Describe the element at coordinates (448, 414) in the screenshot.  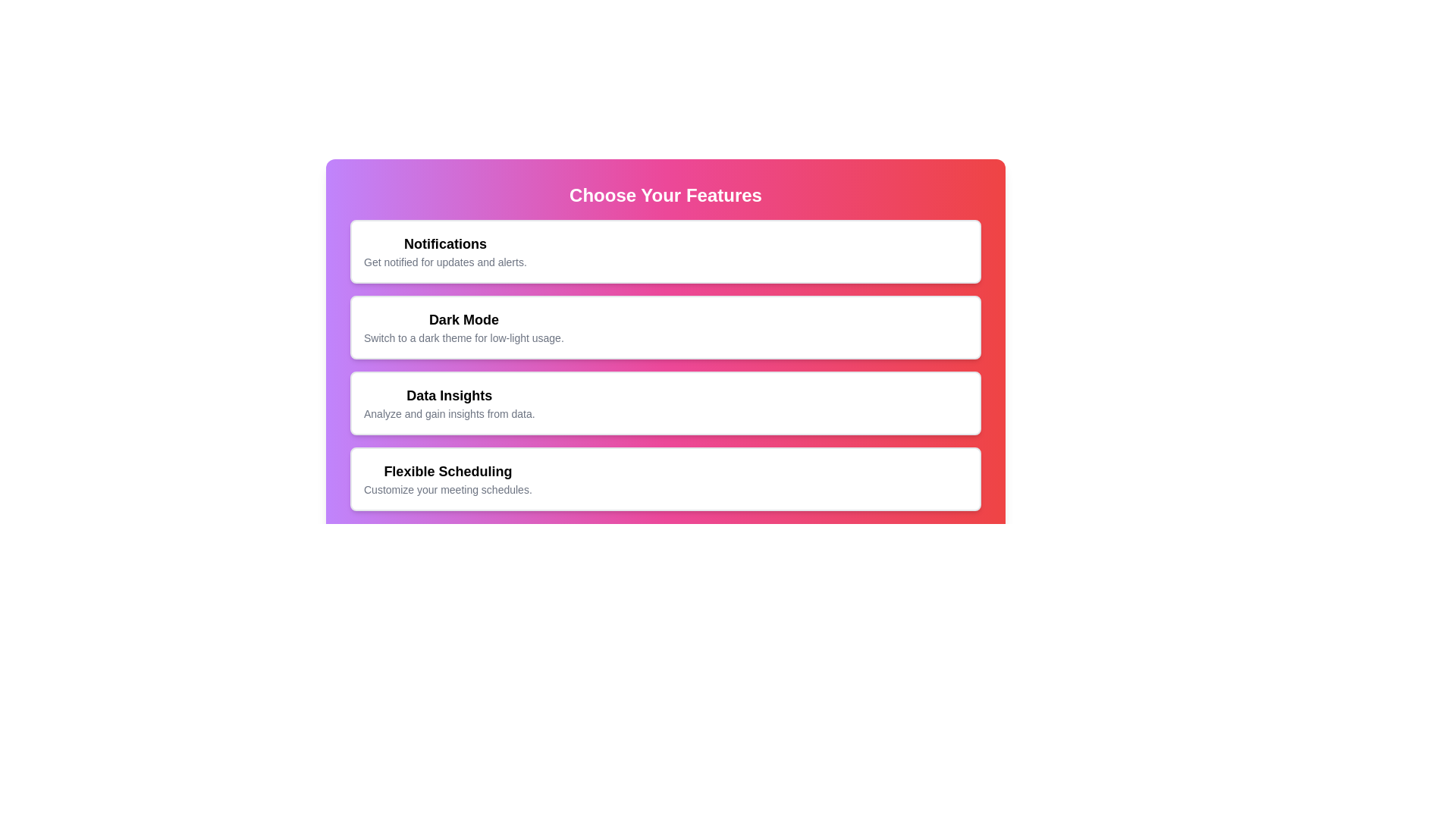
I see `the text label that reads 'Analyze and gain insights from data.' located under the 'Data Insights' heading in the third card down from the top` at that location.